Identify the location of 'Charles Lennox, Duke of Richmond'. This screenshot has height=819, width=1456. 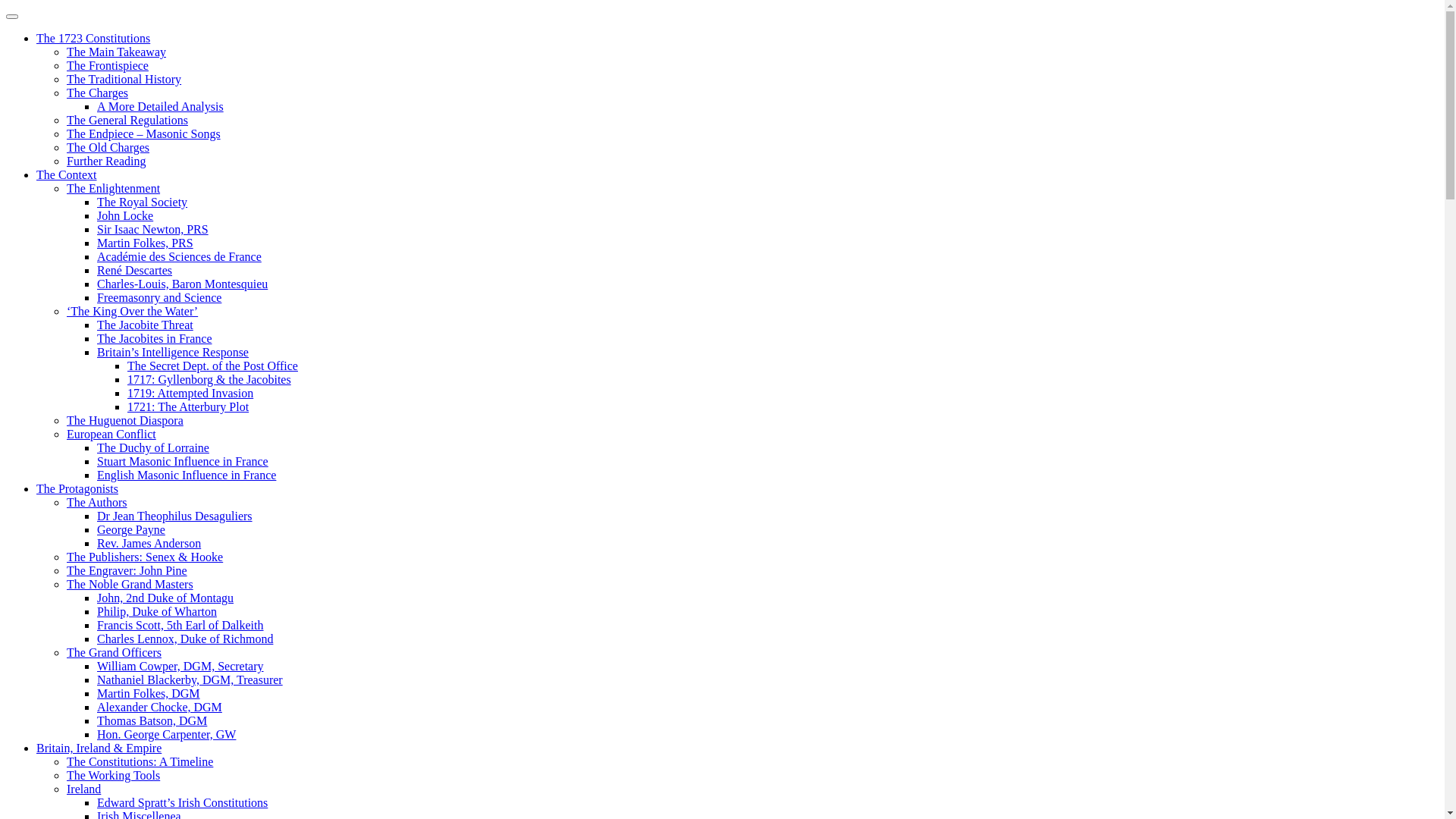
(184, 639).